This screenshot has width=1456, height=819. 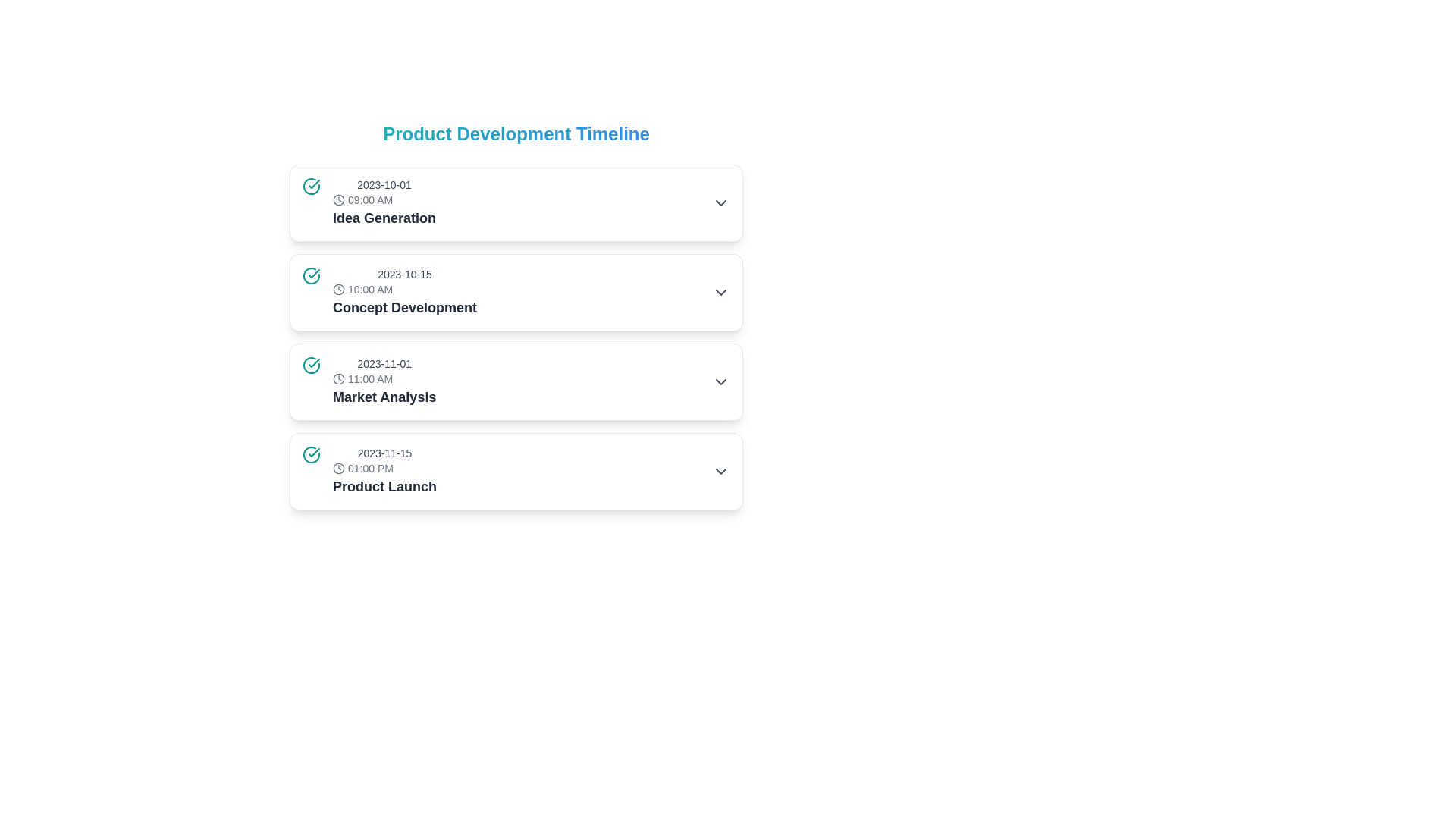 I want to click on the chevron icon located to the far right of the '2023-10-15 10:00 AM Concept Development' section, so click(x=720, y=292).